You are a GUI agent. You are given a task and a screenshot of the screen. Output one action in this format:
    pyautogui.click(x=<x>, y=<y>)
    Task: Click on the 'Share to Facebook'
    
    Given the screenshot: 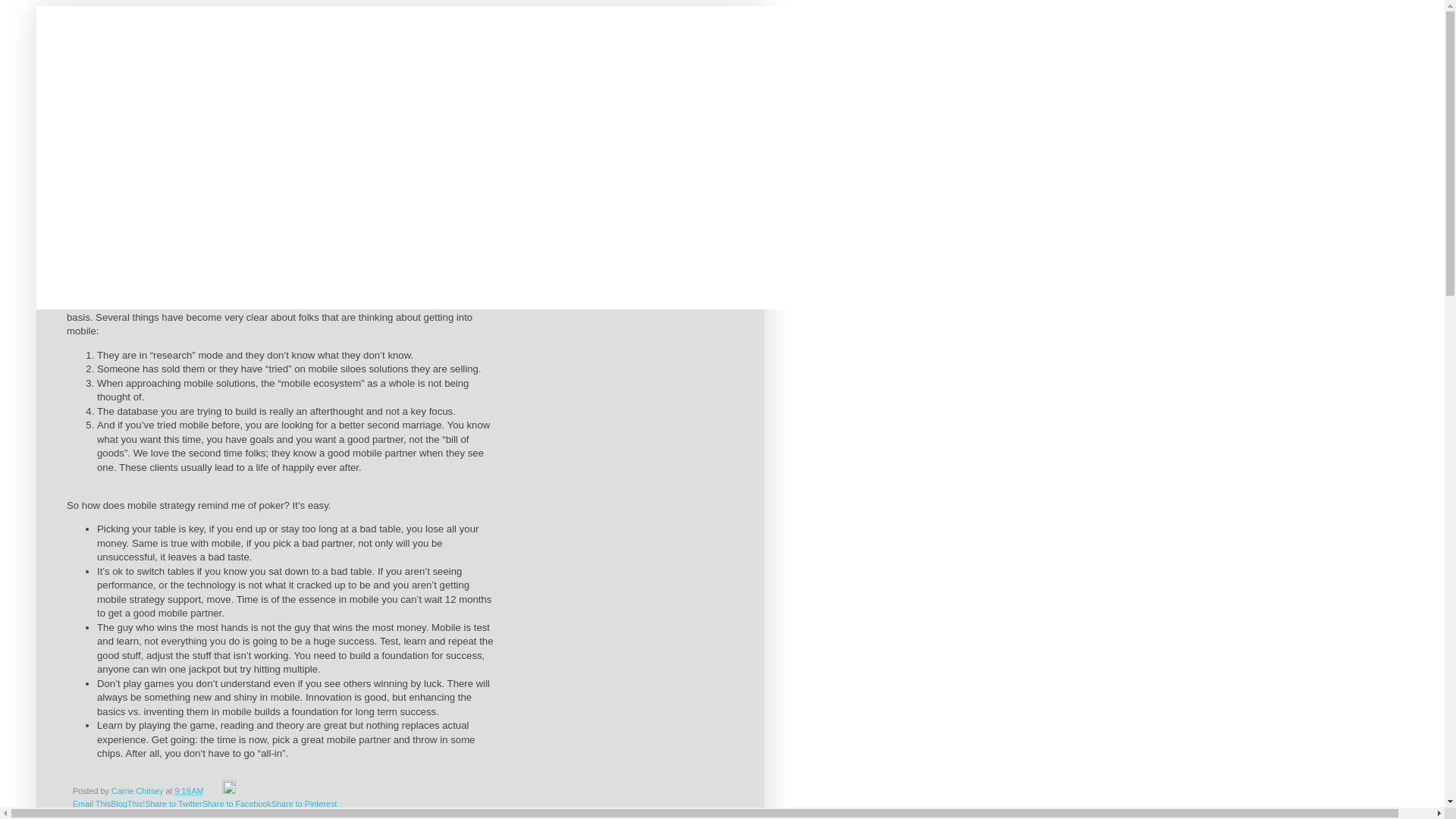 What is the action you would take?
    pyautogui.click(x=236, y=803)
    